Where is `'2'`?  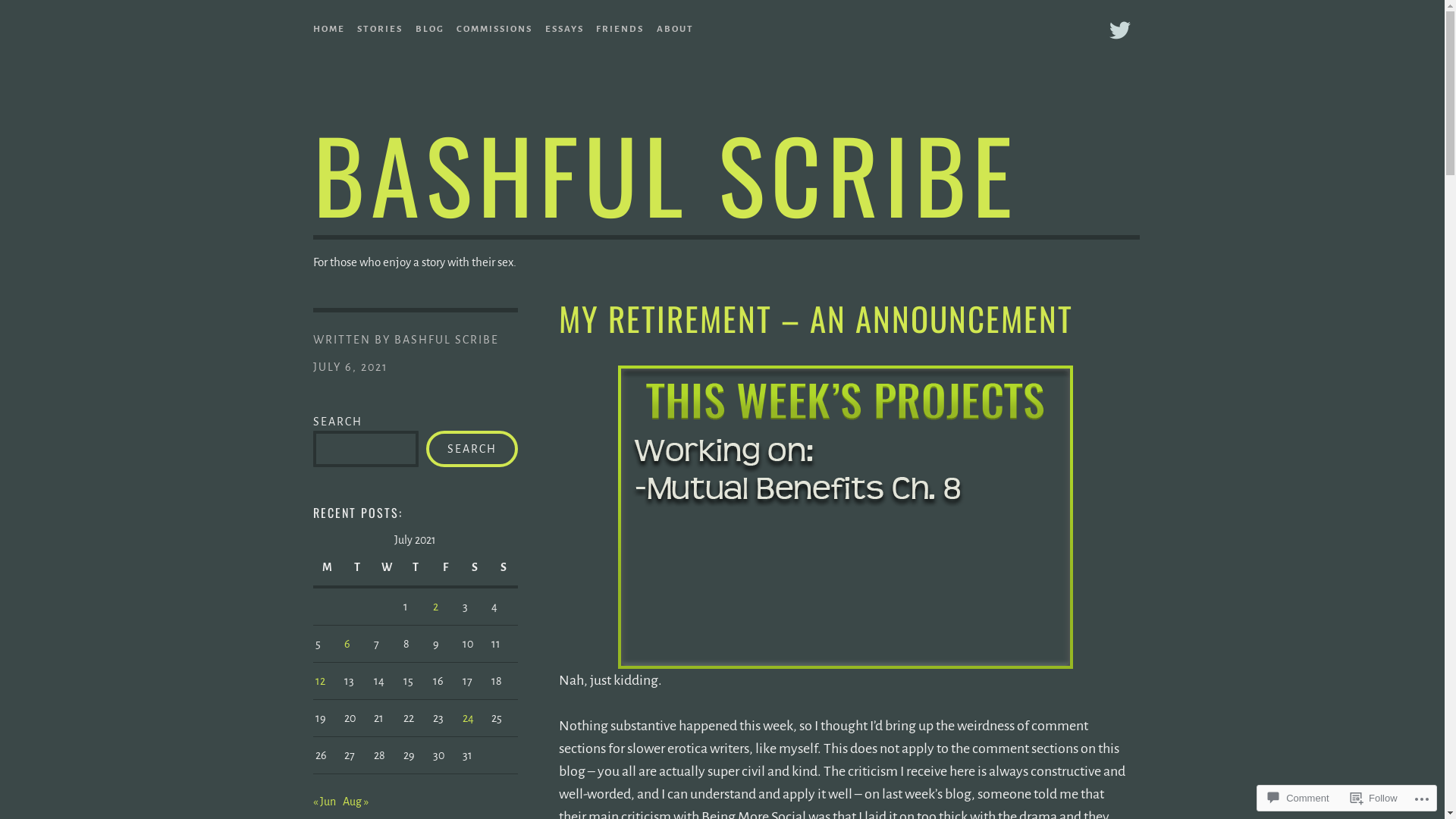
'2' is located at coordinates (435, 605).